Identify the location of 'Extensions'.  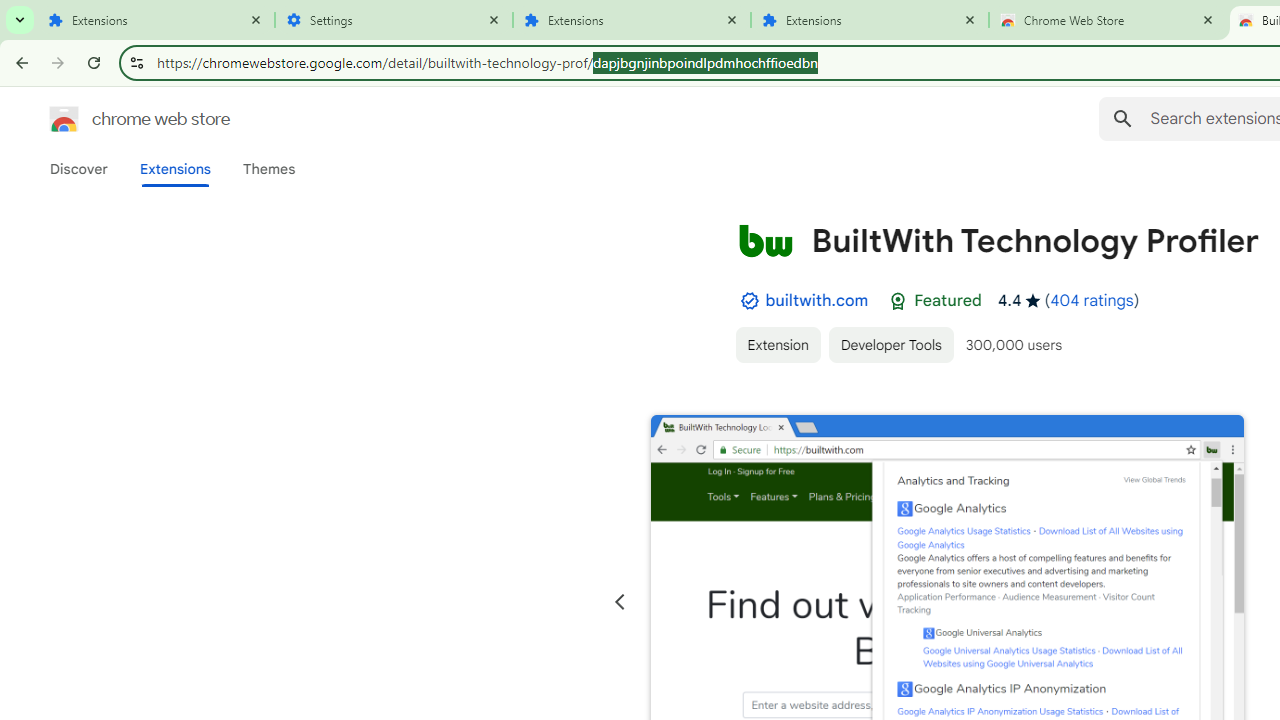
(155, 20).